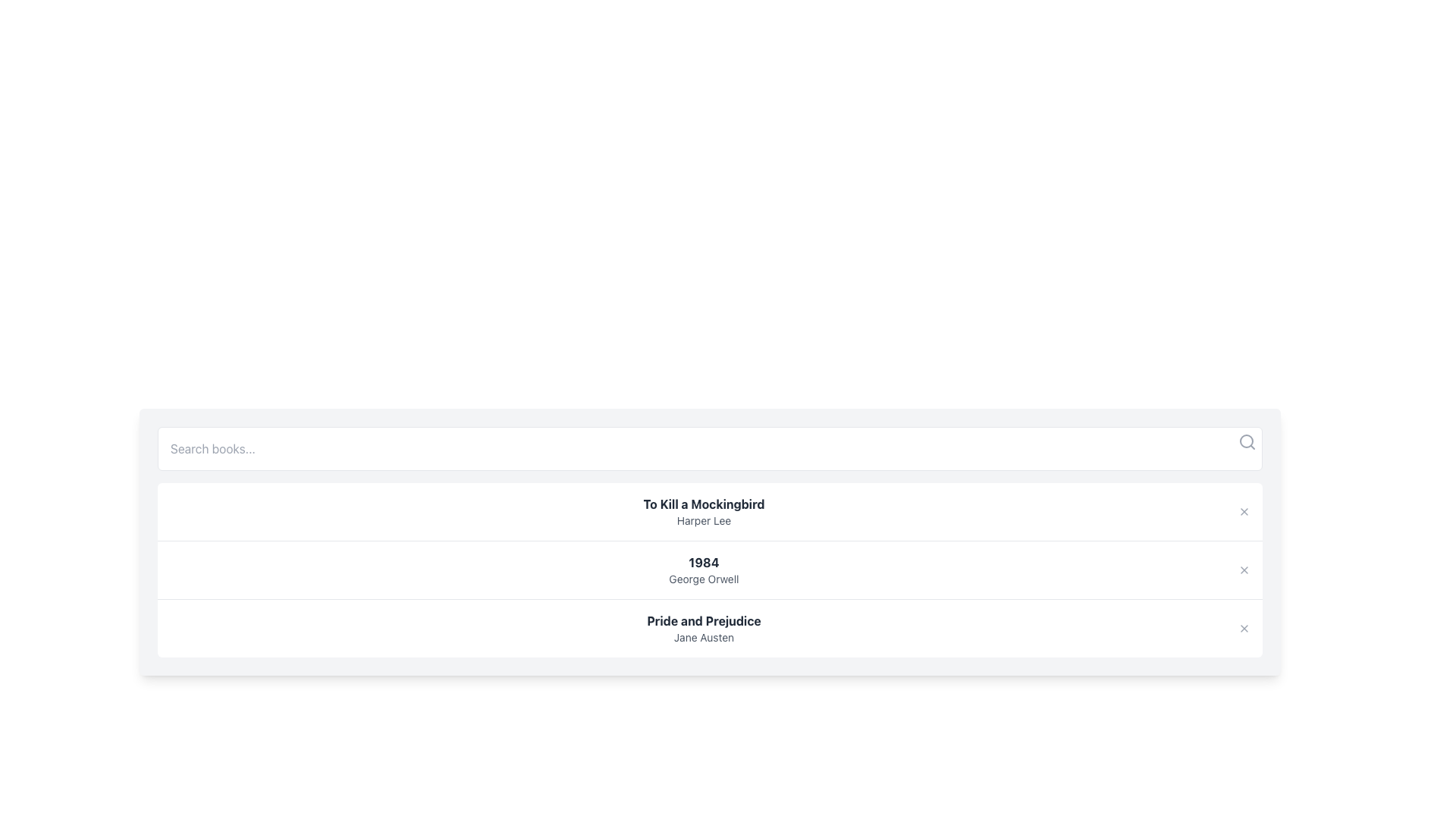 Image resolution: width=1456 pixels, height=819 pixels. I want to click on the list item titled '1984' by George Orwell, so click(703, 570).